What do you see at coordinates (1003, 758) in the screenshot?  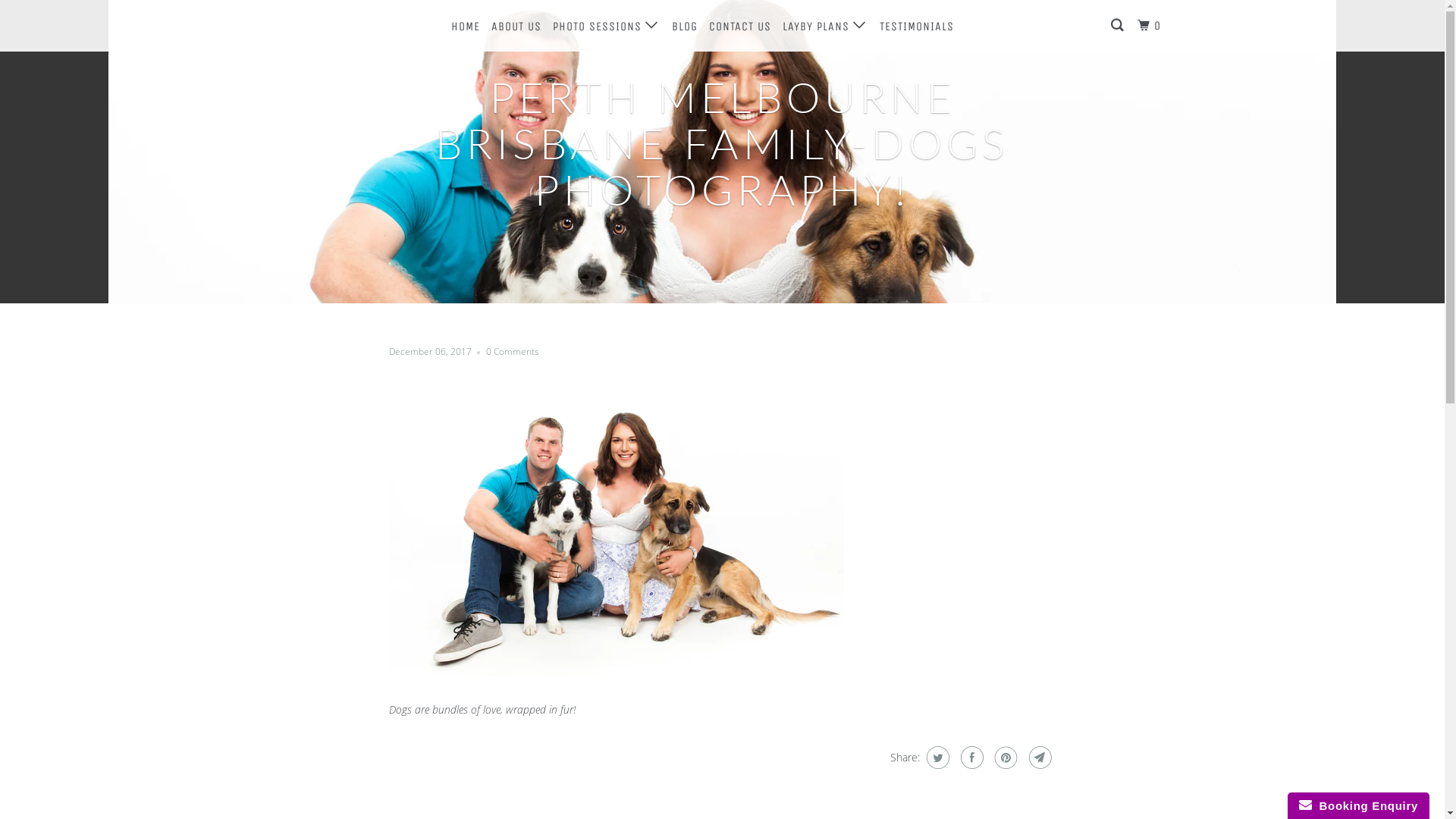 I see `'Share this on Pinterest'` at bounding box center [1003, 758].